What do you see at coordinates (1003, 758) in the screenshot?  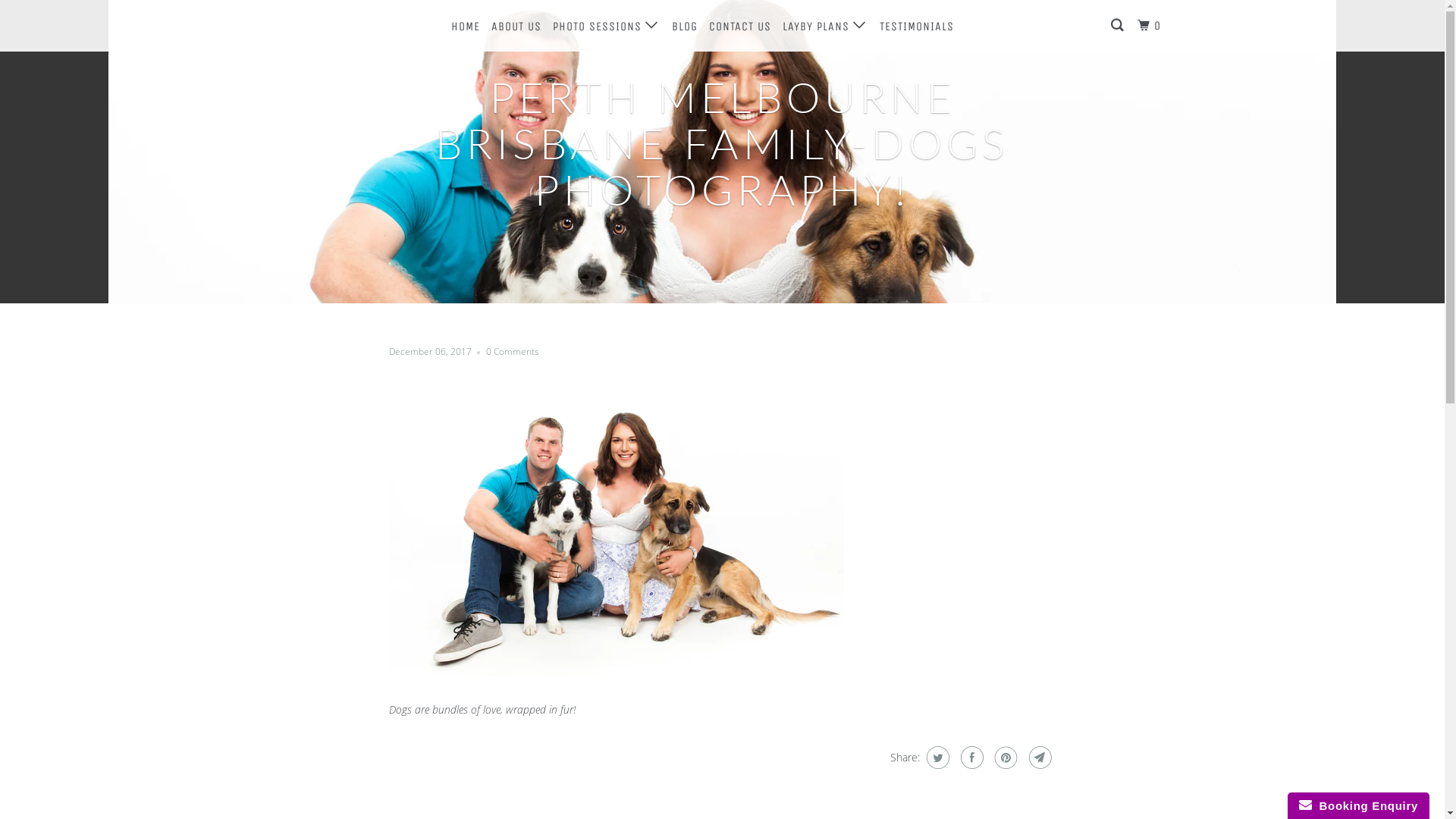 I see `'Share this on Pinterest'` at bounding box center [1003, 758].